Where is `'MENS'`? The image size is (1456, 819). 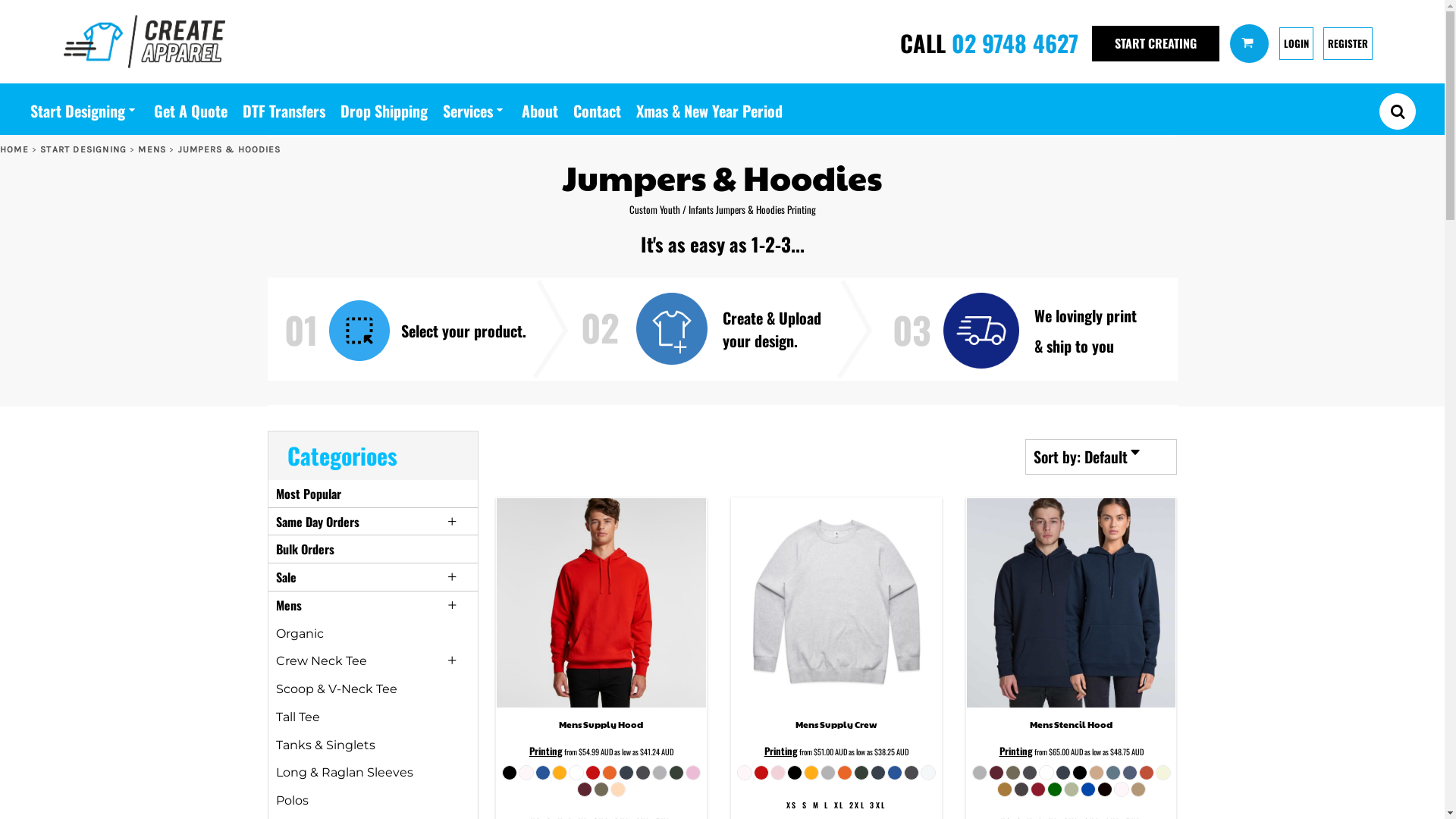
'MENS' is located at coordinates (138, 149).